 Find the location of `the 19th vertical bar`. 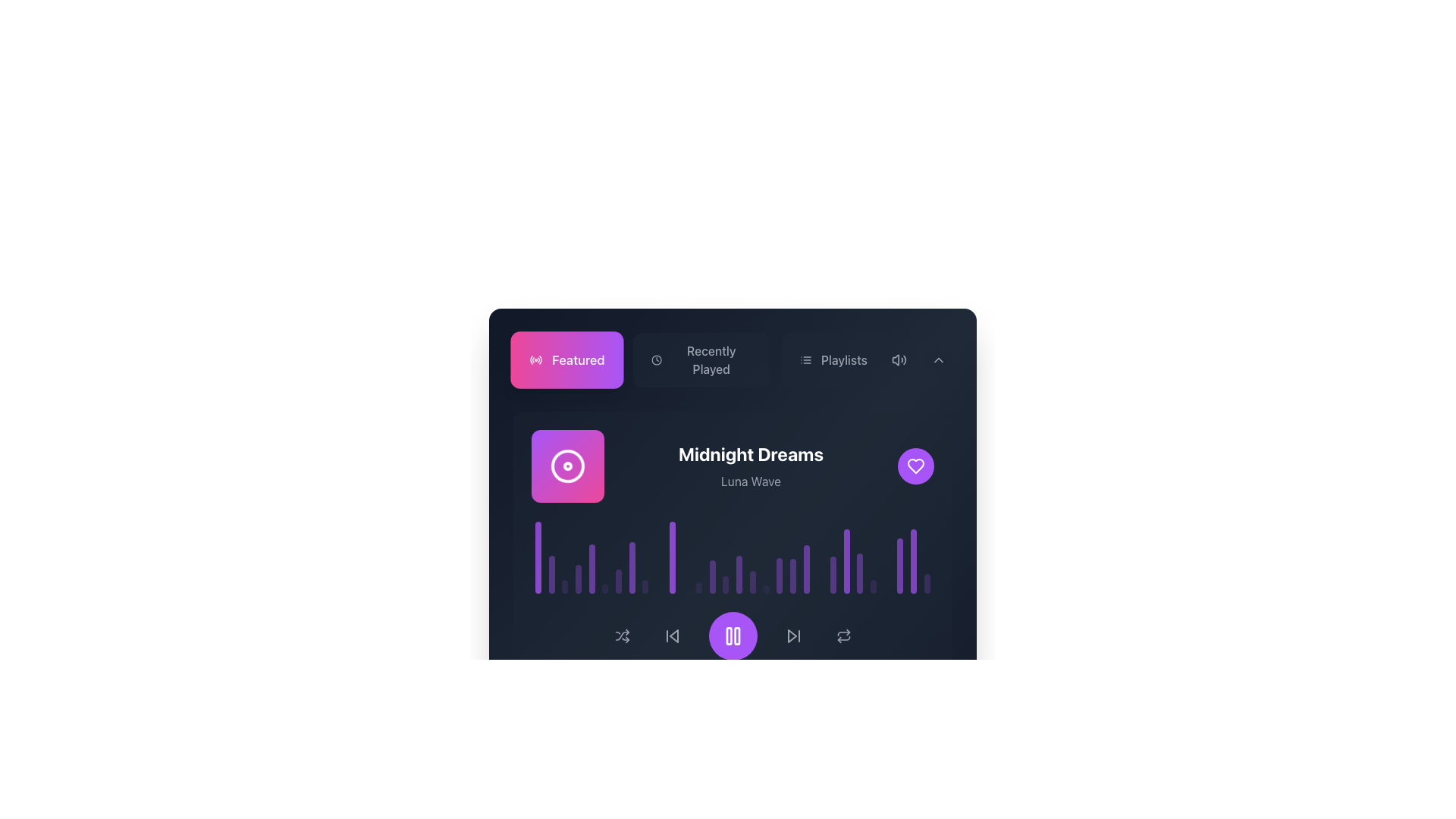

the 19th vertical bar is located at coordinates (792, 576).